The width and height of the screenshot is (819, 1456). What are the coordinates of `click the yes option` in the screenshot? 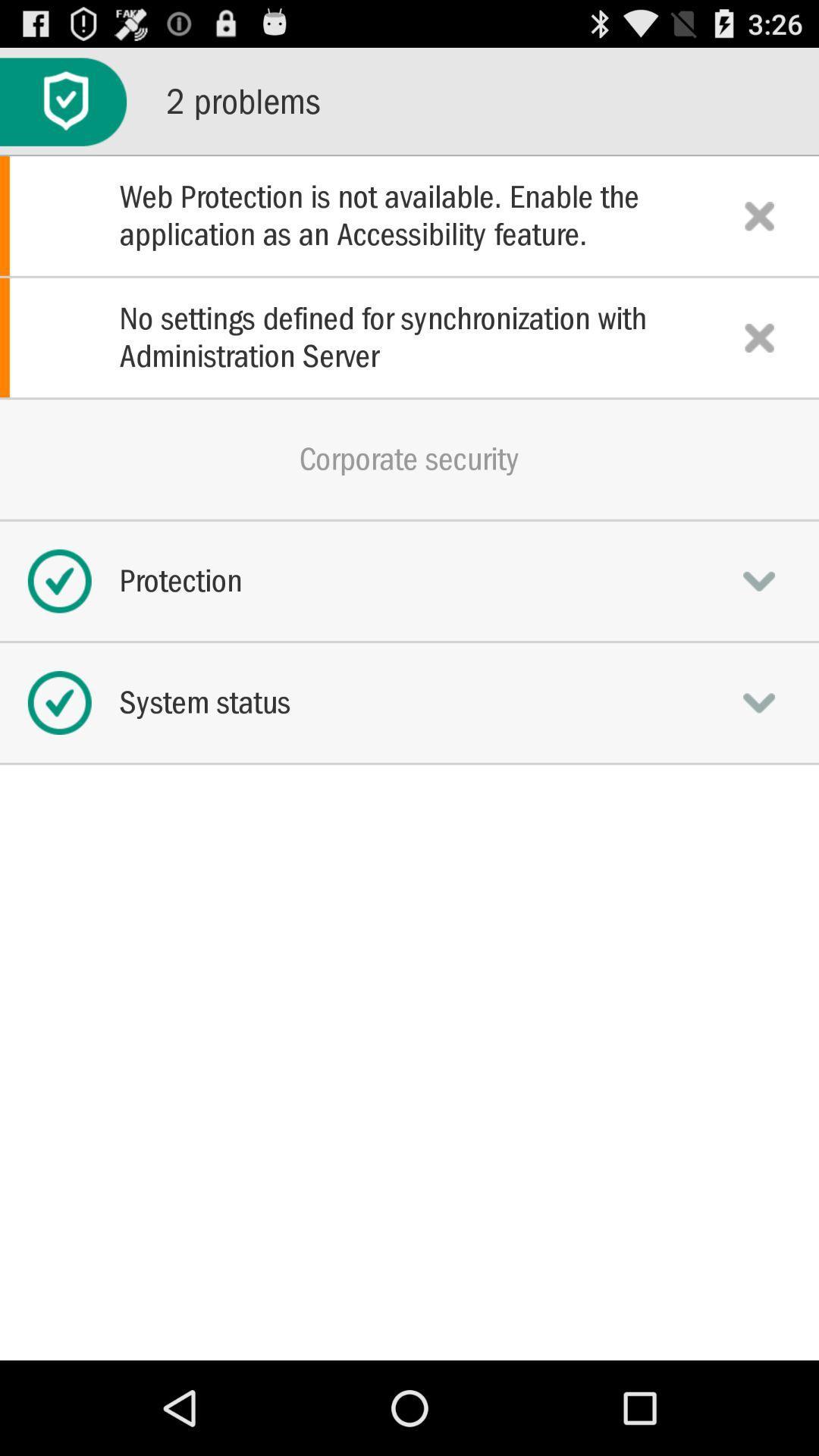 It's located at (759, 580).